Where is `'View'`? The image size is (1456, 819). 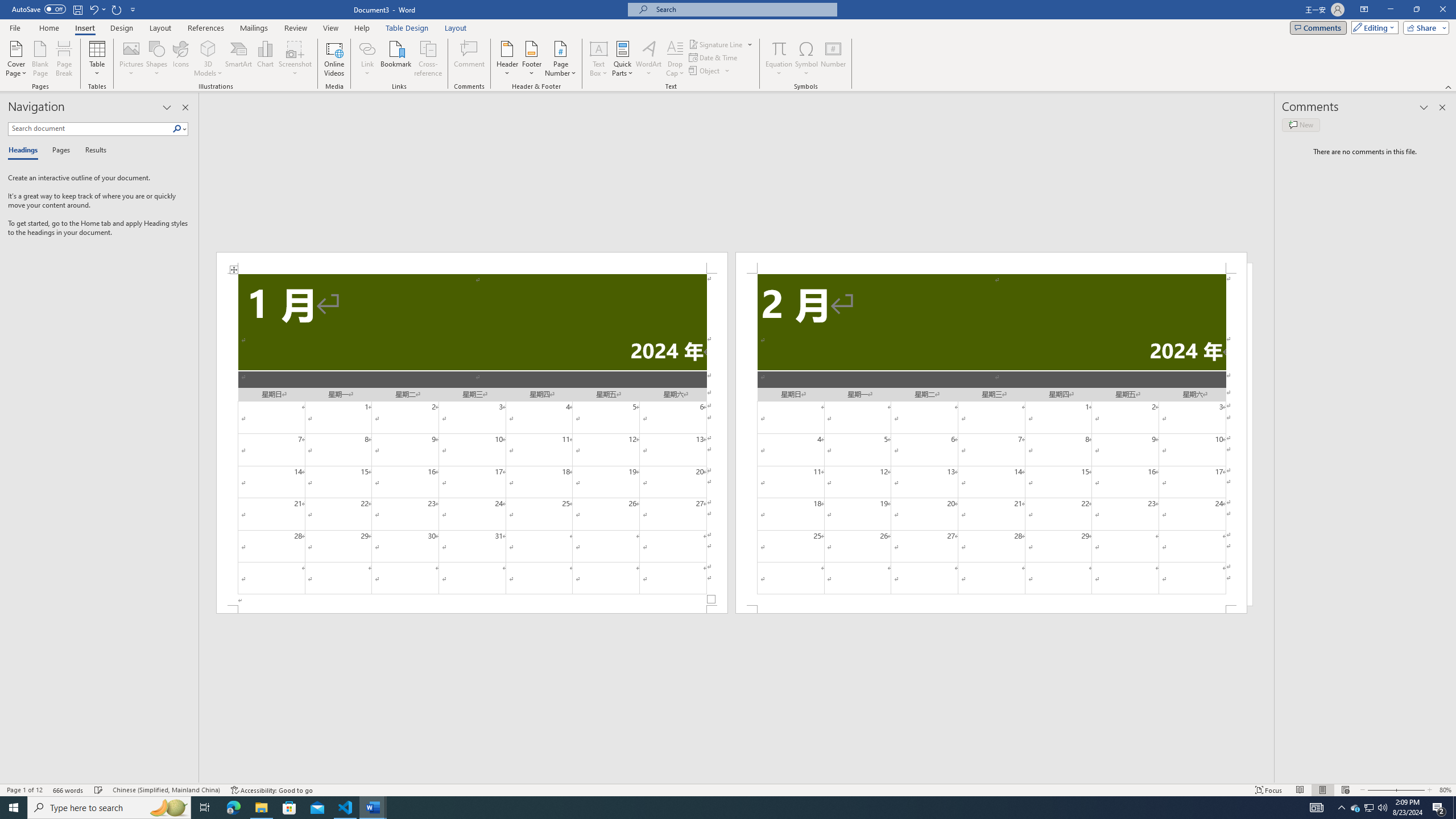
'View' is located at coordinates (331, 28).